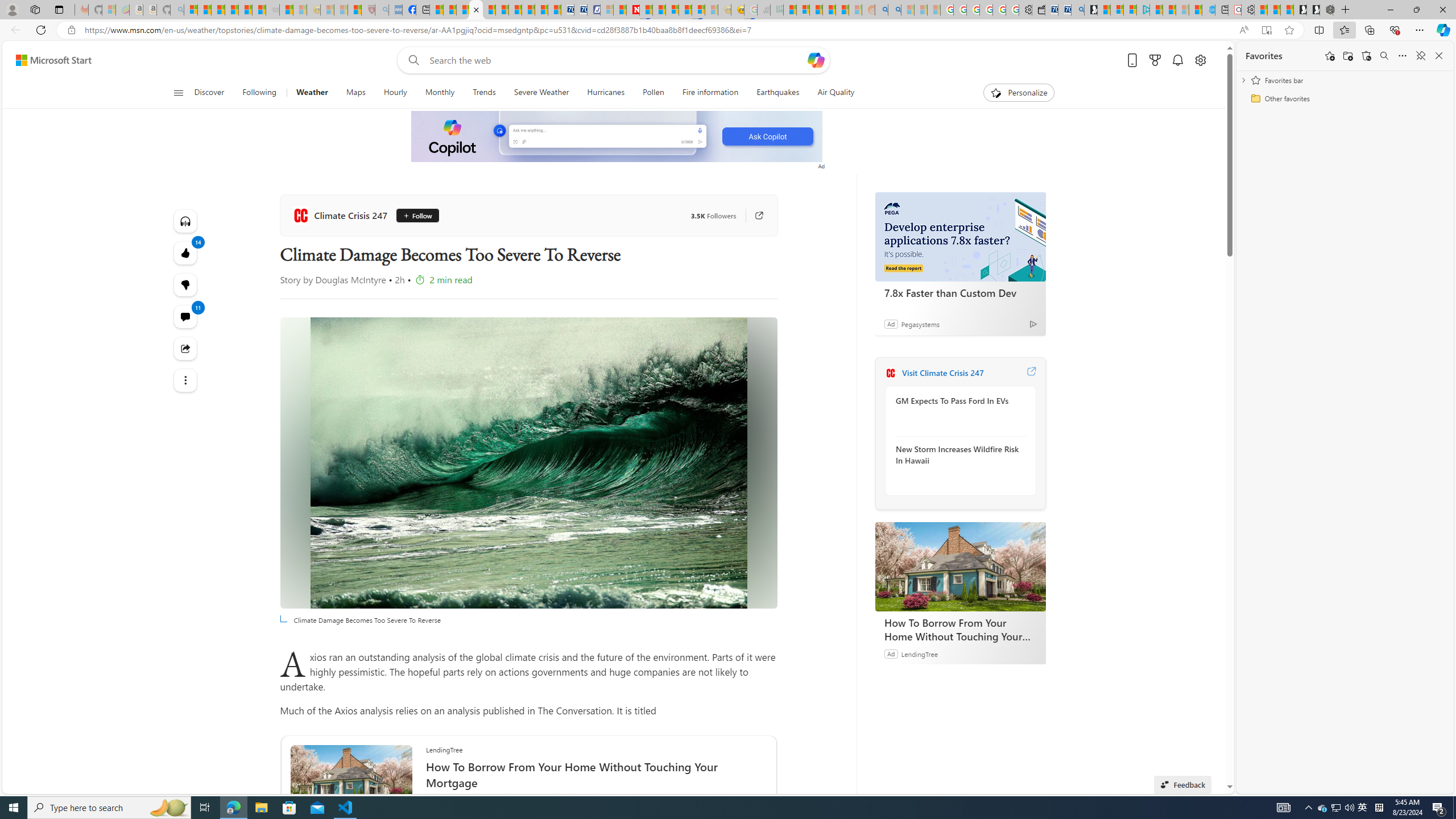  I want to click on 'Earthquakes', so click(777, 92).